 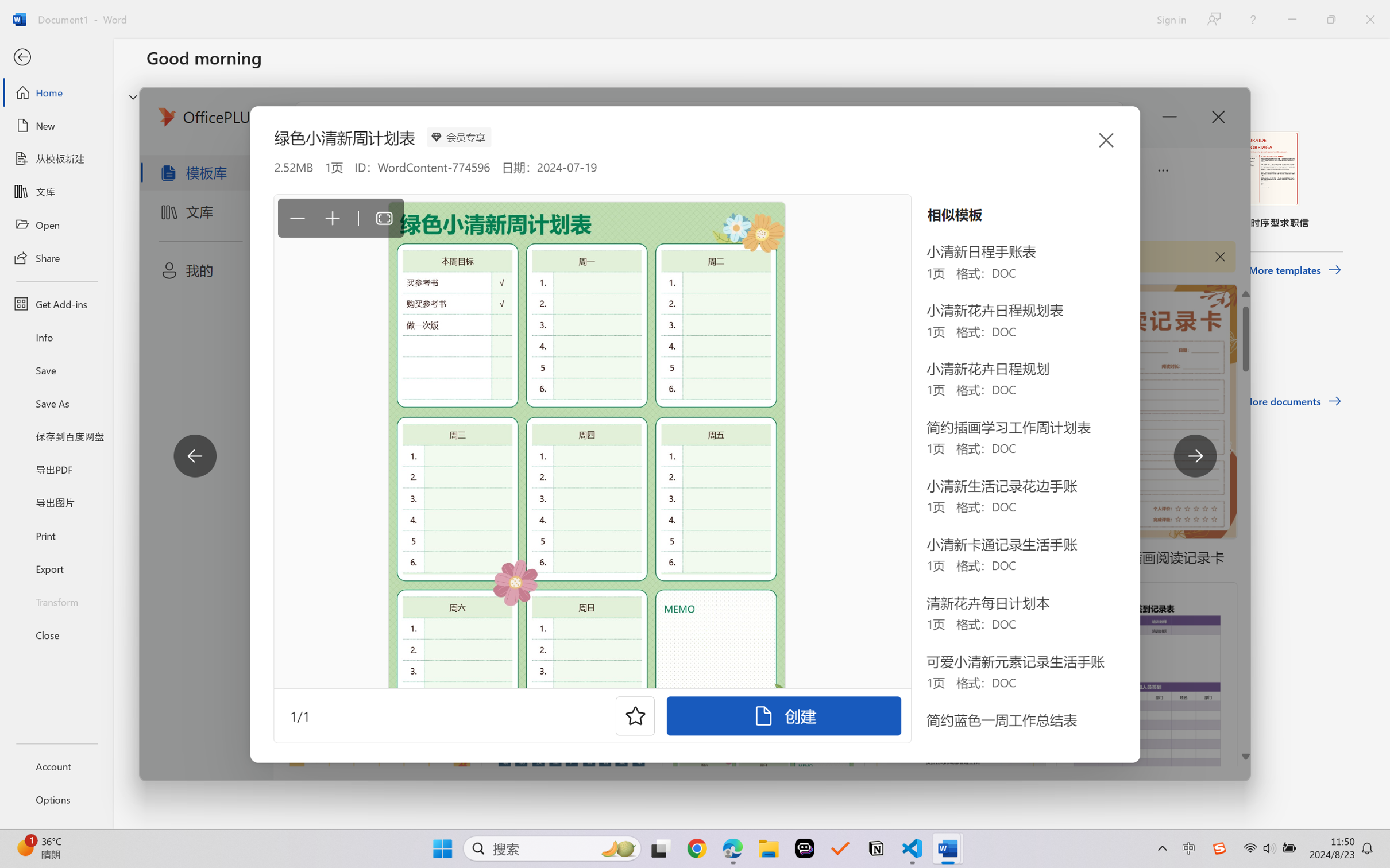 What do you see at coordinates (56, 799) in the screenshot?
I see `'Options'` at bounding box center [56, 799].